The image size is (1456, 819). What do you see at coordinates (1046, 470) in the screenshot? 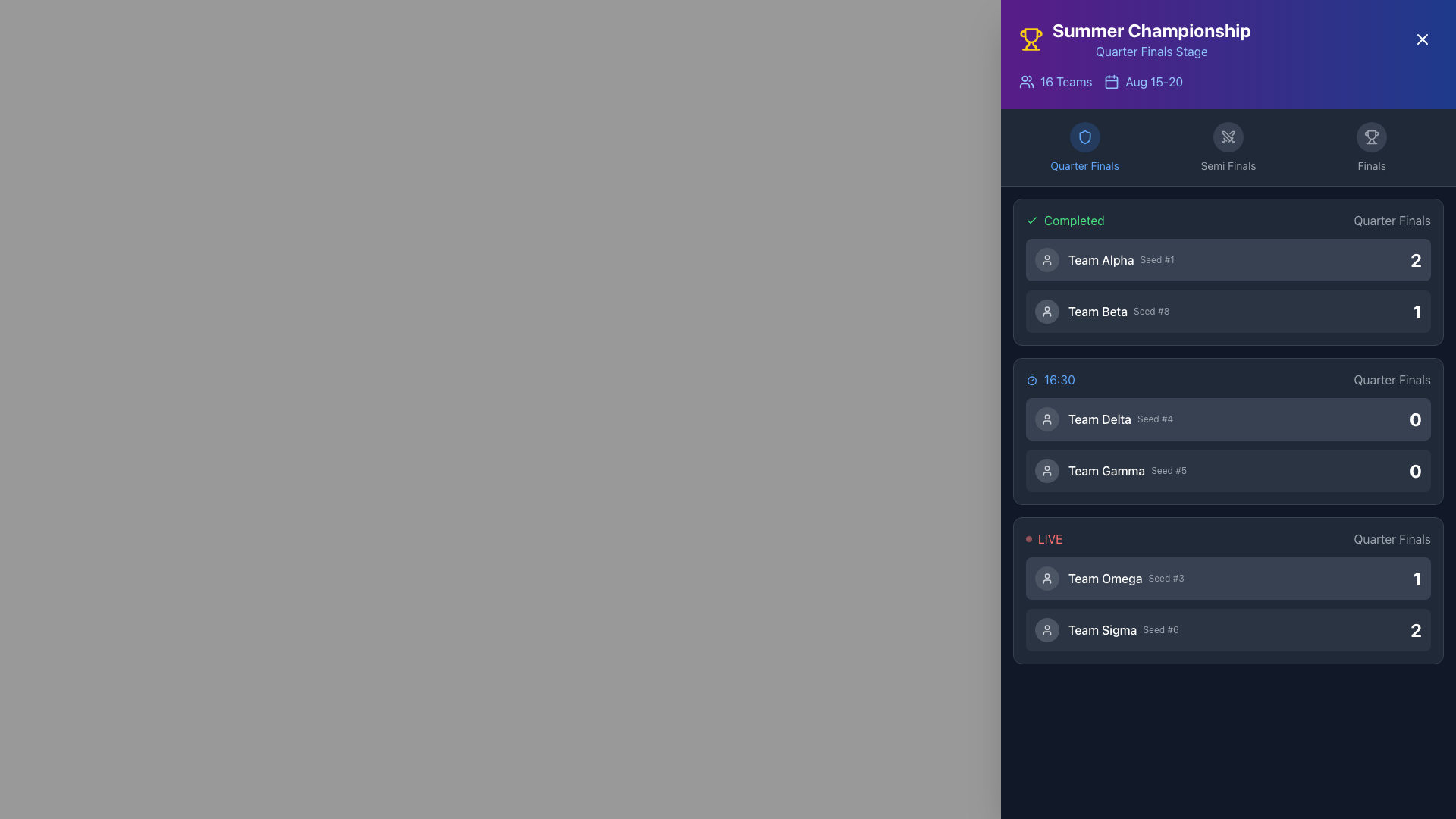
I see `the circular gray icon with a white user silhouette, which is positioned to the left of the text 'Team GammaSeed #5'` at bounding box center [1046, 470].